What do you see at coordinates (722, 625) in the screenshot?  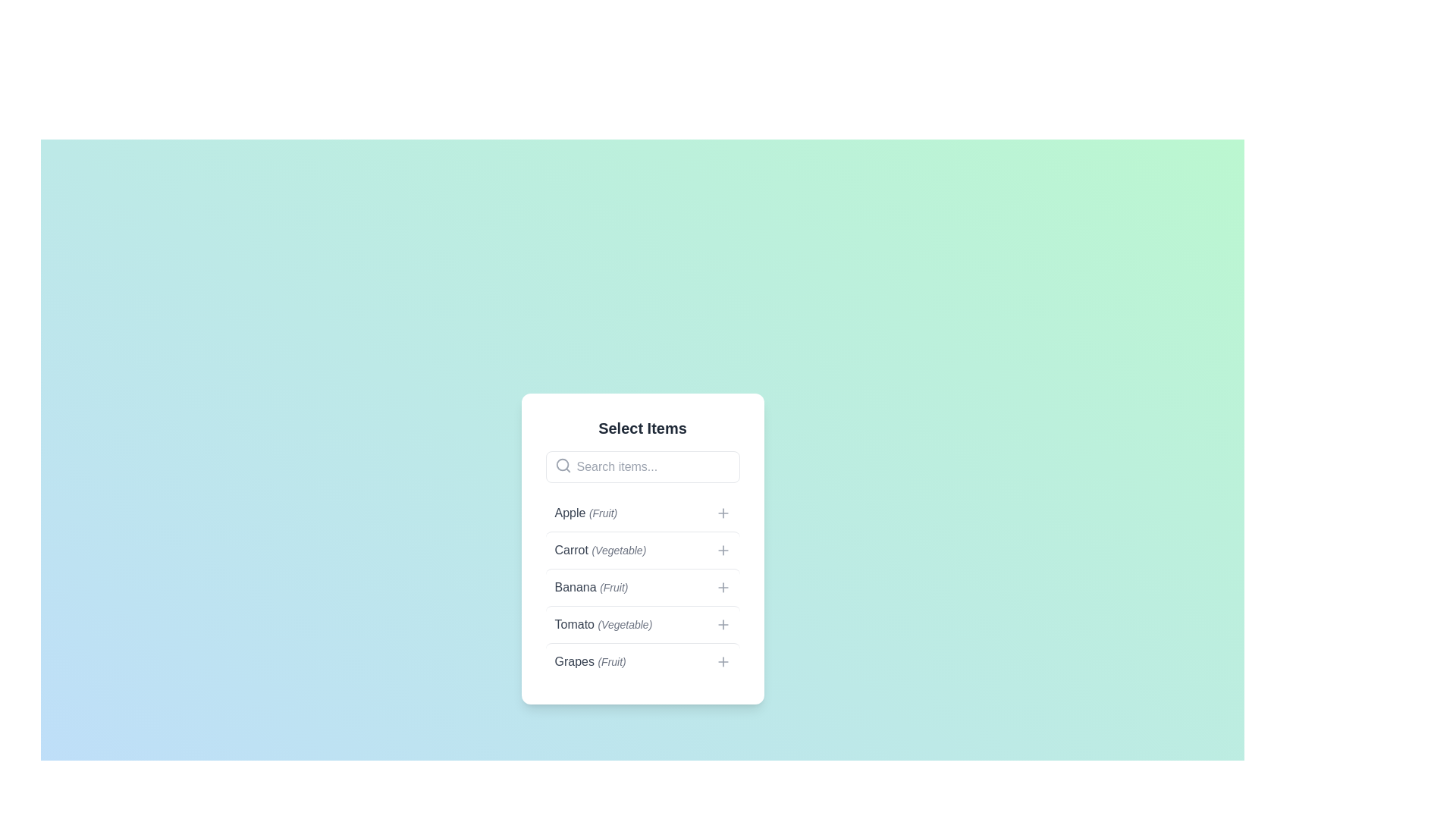 I see `the button located to the far right of the 'Tomato (Vegetable)' label` at bounding box center [722, 625].